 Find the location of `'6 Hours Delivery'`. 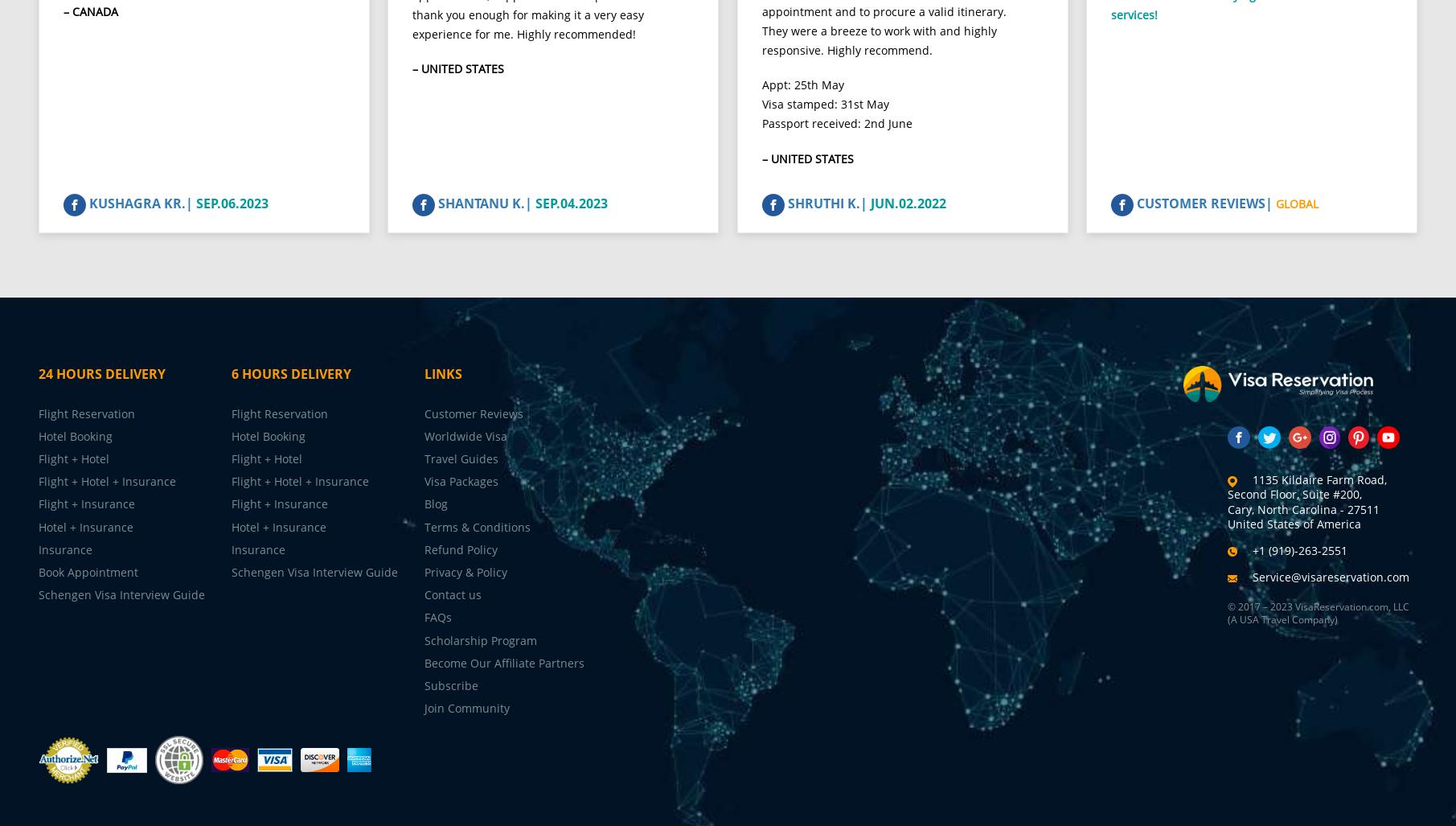

'6 Hours Delivery' is located at coordinates (290, 387).